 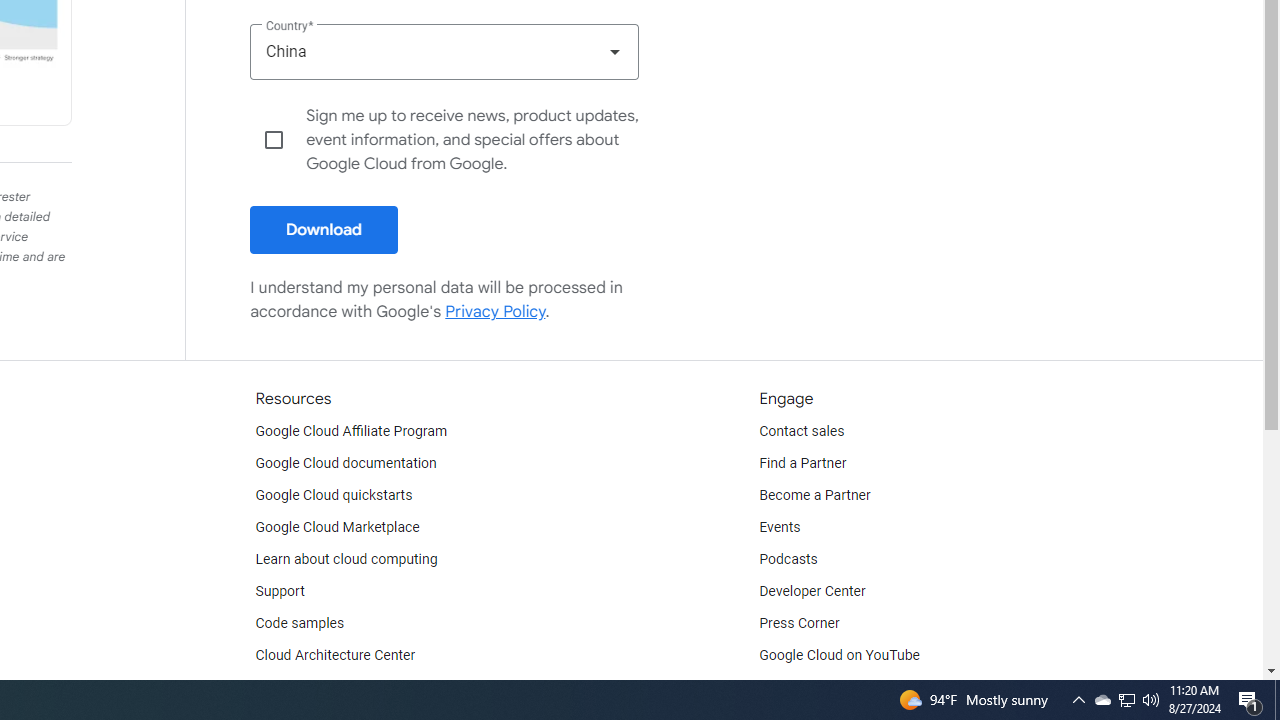 What do you see at coordinates (345, 464) in the screenshot?
I see `'Google Cloud documentation'` at bounding box center [345, 464].